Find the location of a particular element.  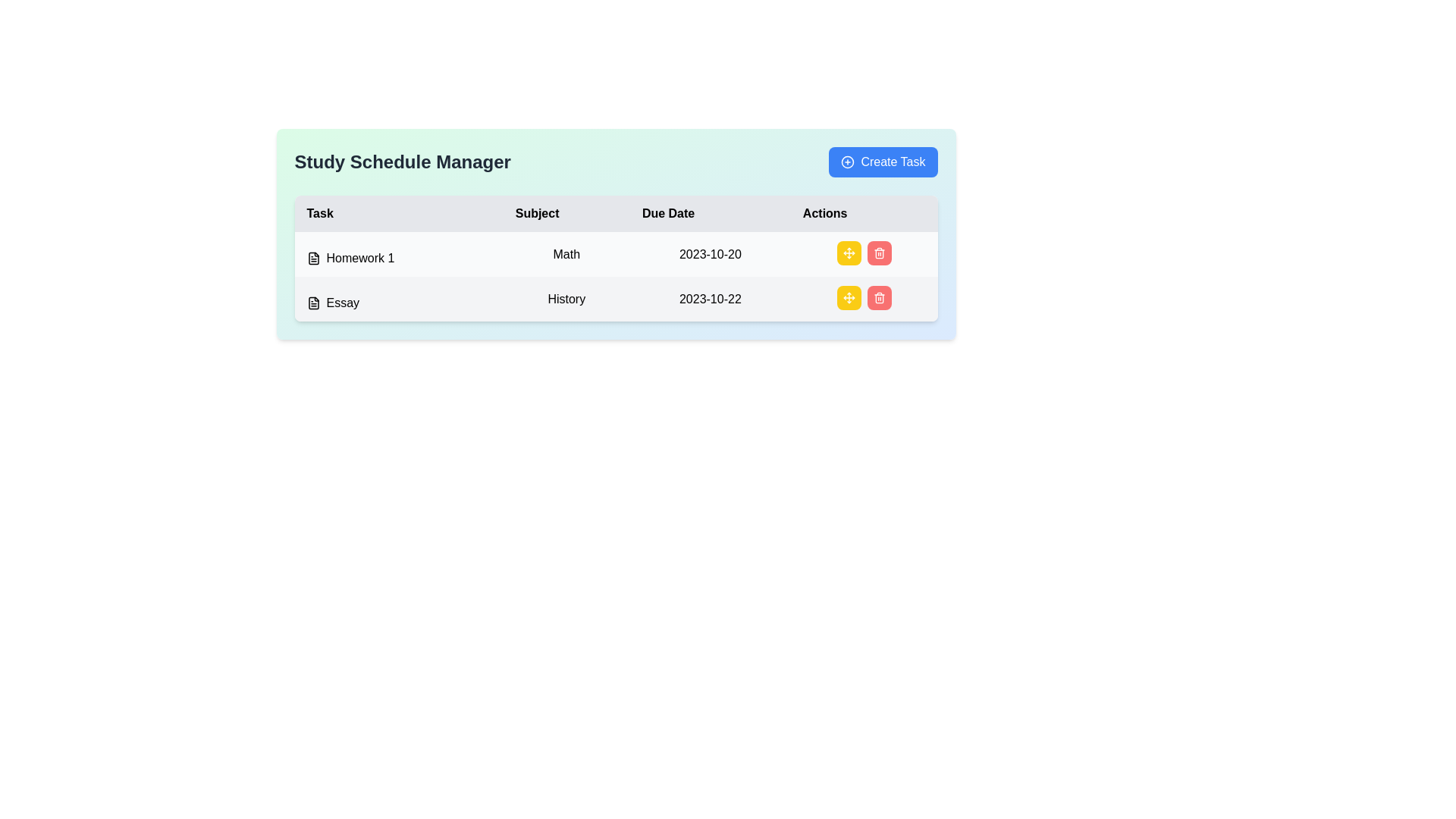

the yellow circular icon button with arrows pointing in four directions located in the 'Actions' column of the second row of the 'Study Schedule Manager' table is located at coordinates (848, 298).